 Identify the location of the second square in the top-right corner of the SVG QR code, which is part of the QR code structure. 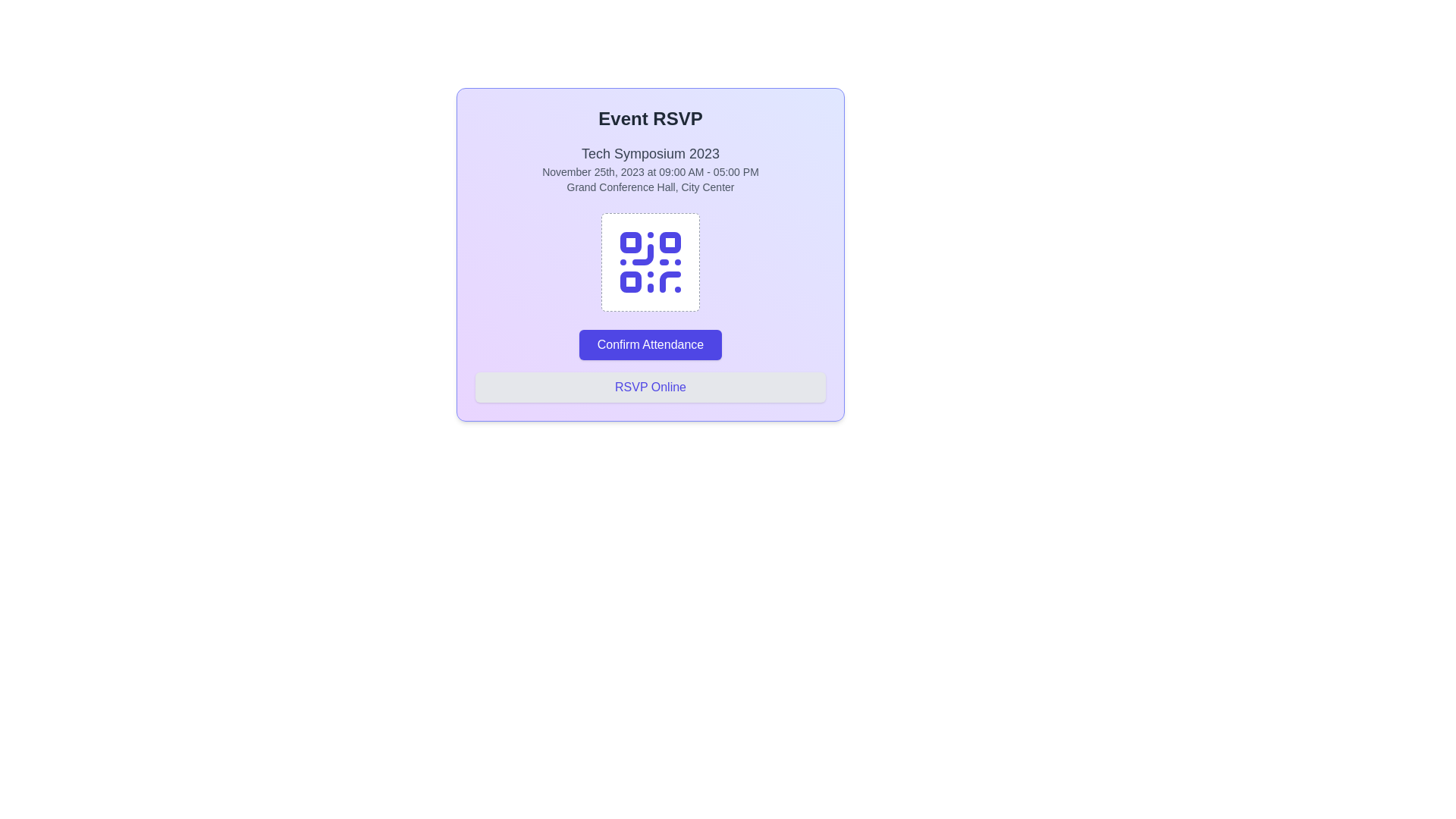
(669, 242).